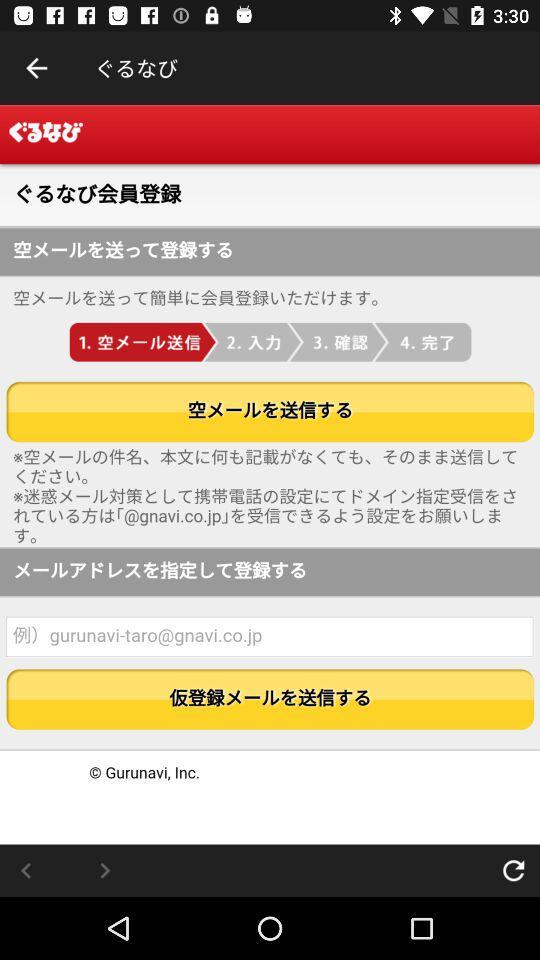 The image size is (540, 960). What do you see at coordinates (513, 869) in the screenshot?
I see `the refresh icon` at bounding box center [513, 869].